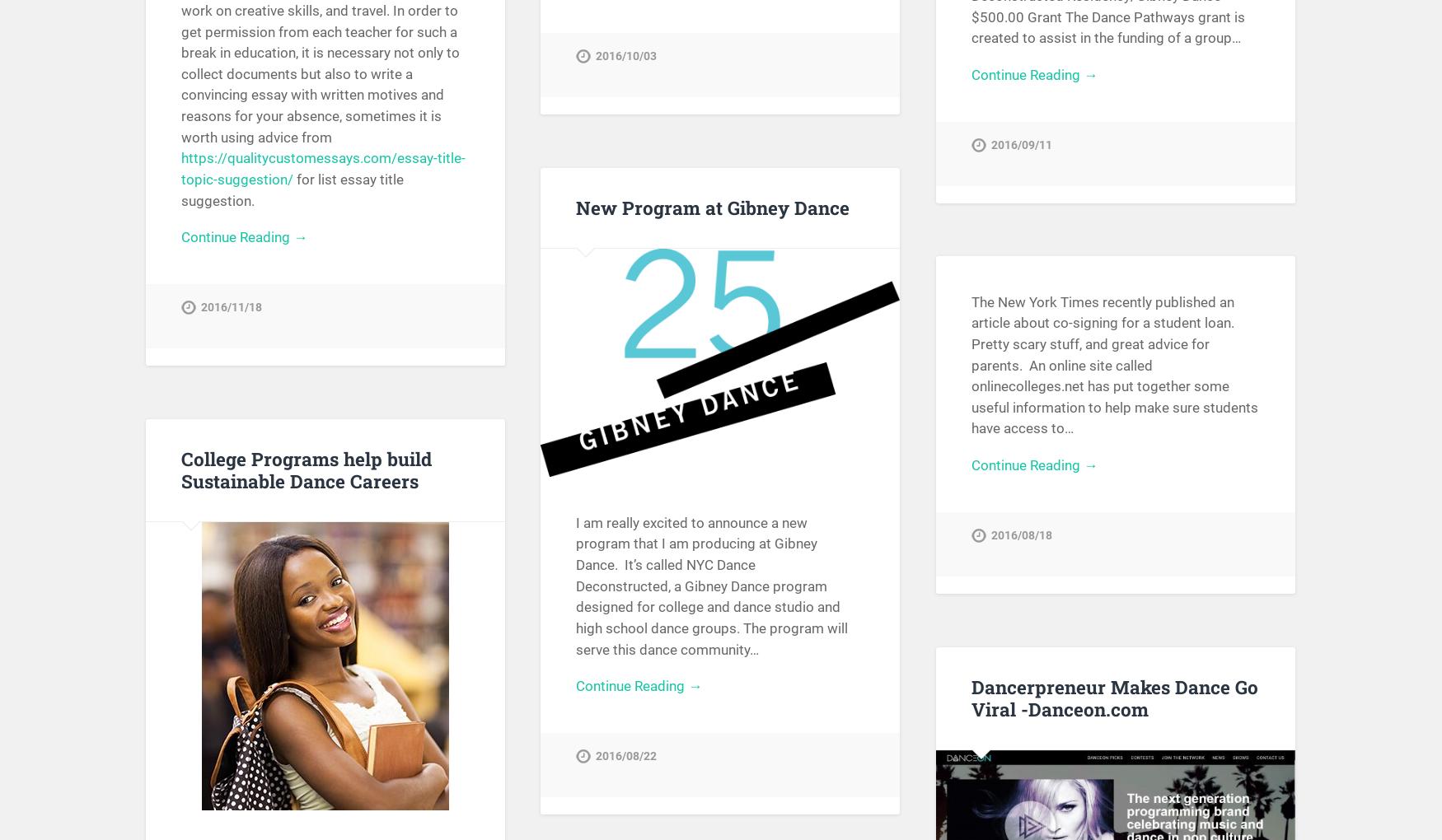 This screenshot has height=840, width=1442. Describe the element at coordinates (1114, 697) in the screenshot. I see `'Dancerpreneur Makes Dance Go Viral -Danceon.com'` at that location.